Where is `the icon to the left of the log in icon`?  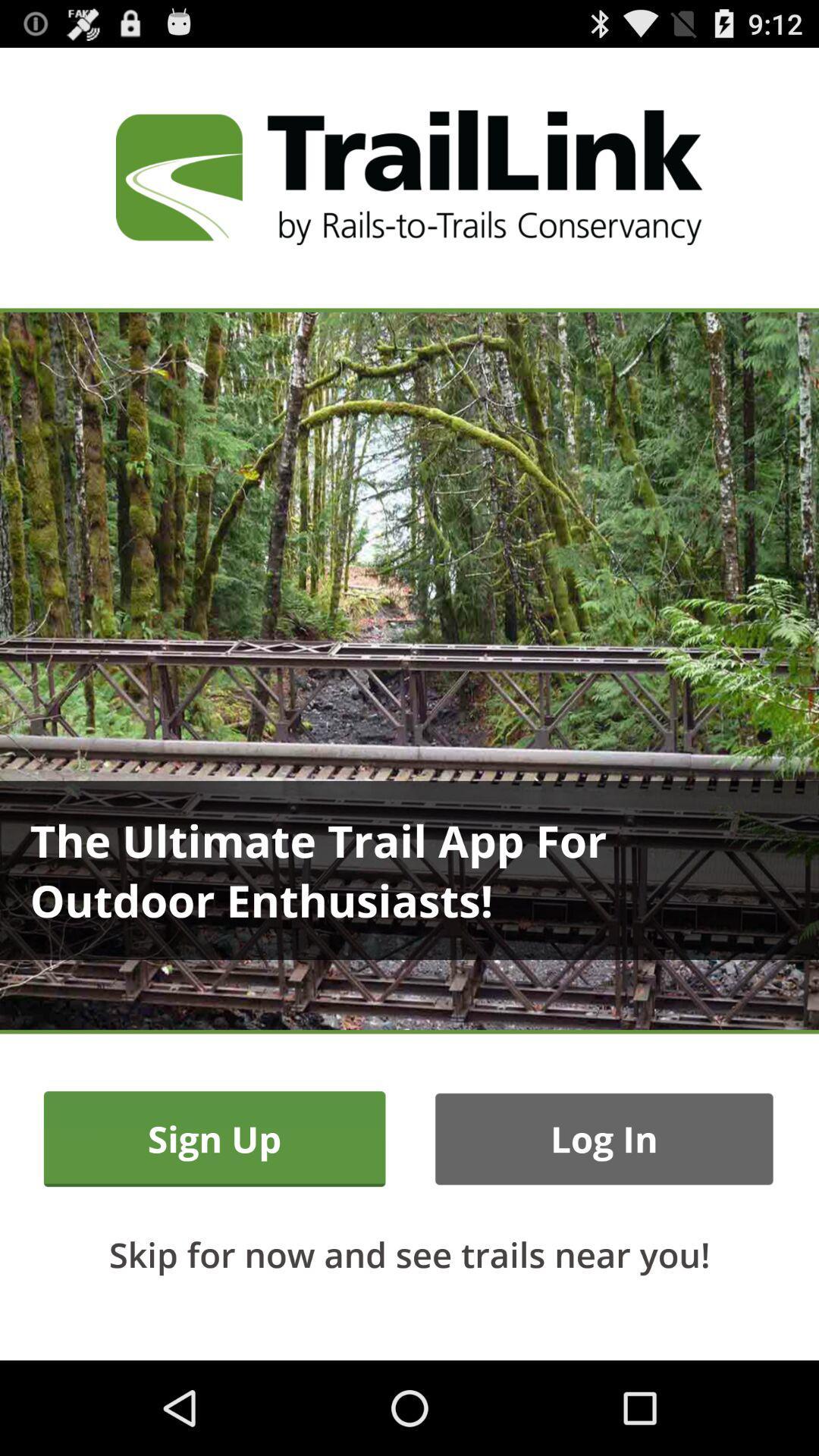
the icon to the left of the log in icon is located at coordinates (215, 1139).